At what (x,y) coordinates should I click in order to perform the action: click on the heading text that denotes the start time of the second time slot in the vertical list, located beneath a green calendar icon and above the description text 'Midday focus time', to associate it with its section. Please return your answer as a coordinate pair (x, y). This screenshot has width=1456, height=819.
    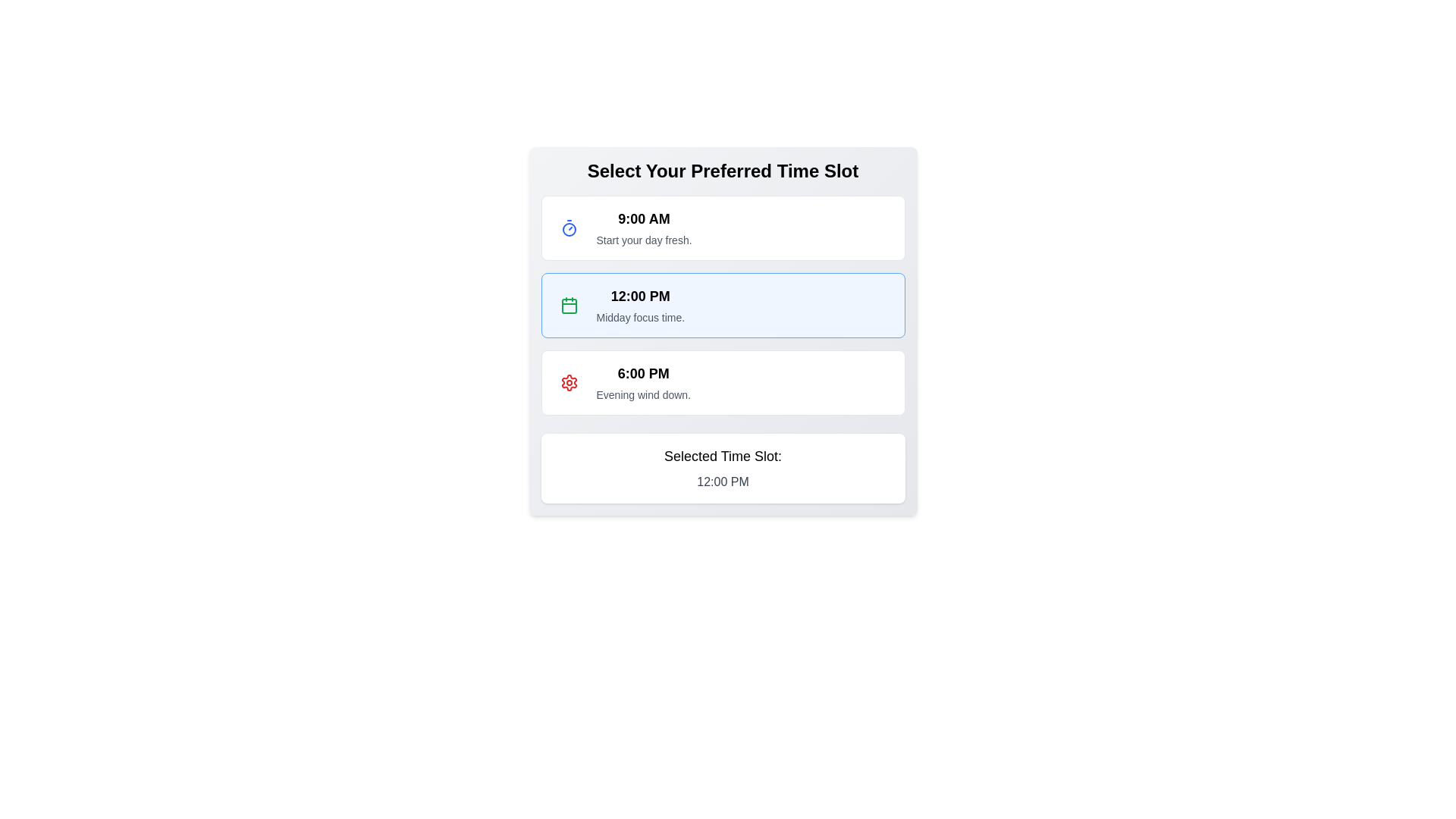
    Looking at the image, I should click on (640, 296).